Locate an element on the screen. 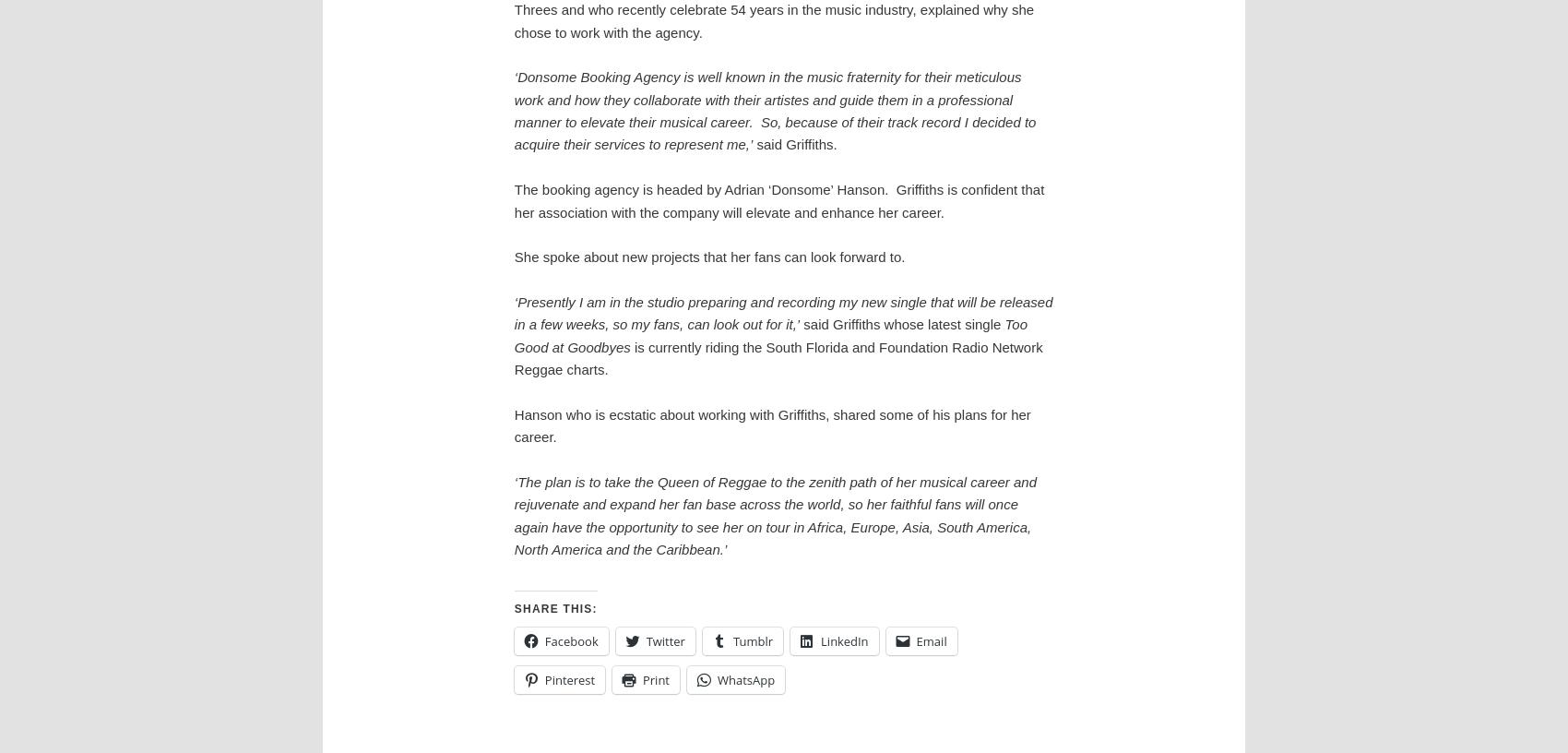 The height and width of the screenshot is (753, 1568). '‘Donsome Booking Agency is well known in the music fraternity for their meticulous work and how they collaborate with their artistes and guide them in a professional manner to elevate their musical career.  So, because of their track record I decided to acquire their services to represent me,’' is located at coordinates (773, 111).